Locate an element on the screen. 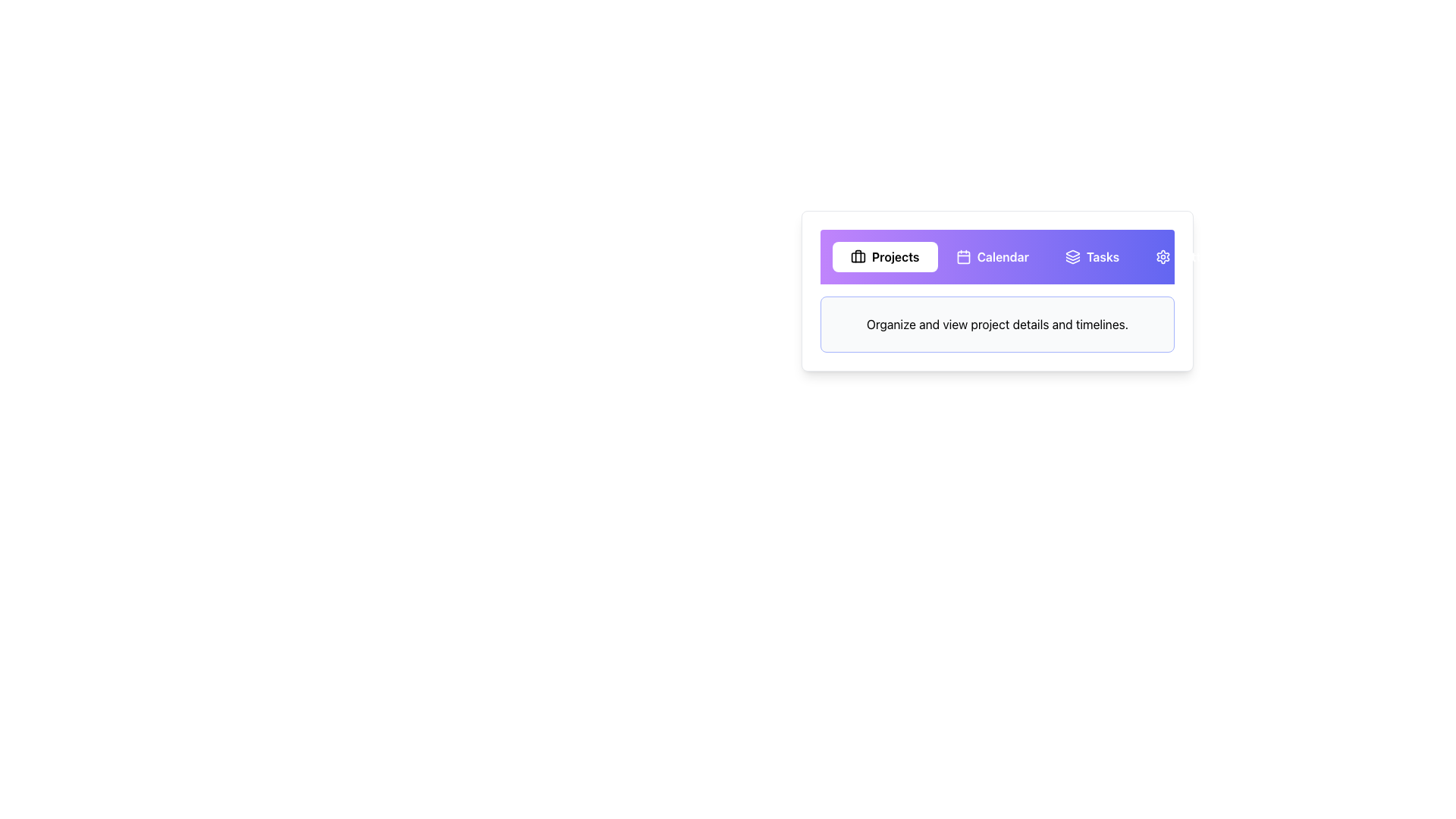 The width and height of the screenshot is (1456, 819). the 'Projects' navigation tab button to show a ring outline is located at coordinates (885, 256).